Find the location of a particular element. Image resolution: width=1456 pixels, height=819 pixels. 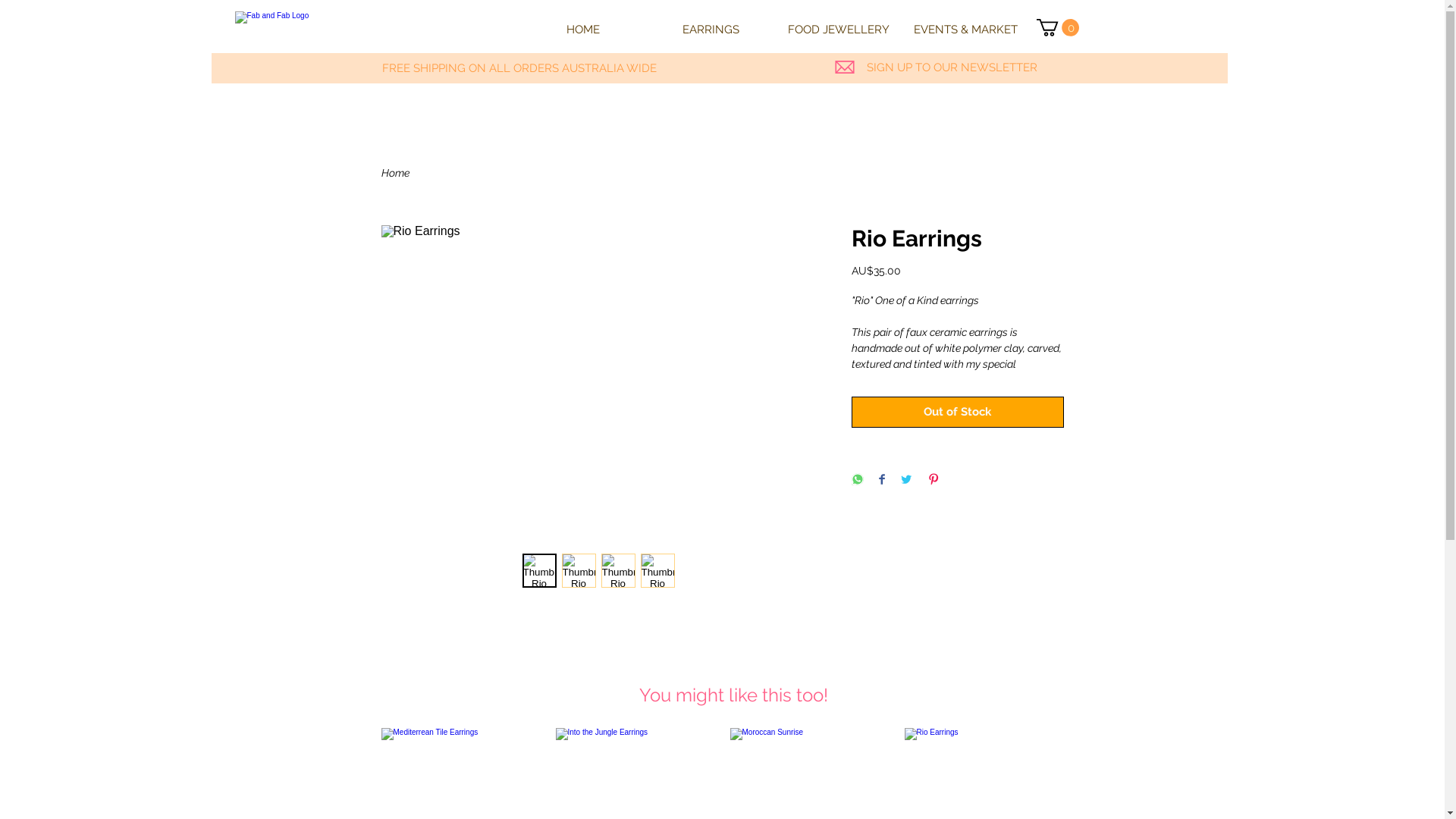

'FREE SHIPPING ON ALL ORDERS AUSTRALIA WIDE' is located at coordinates (519, 67).